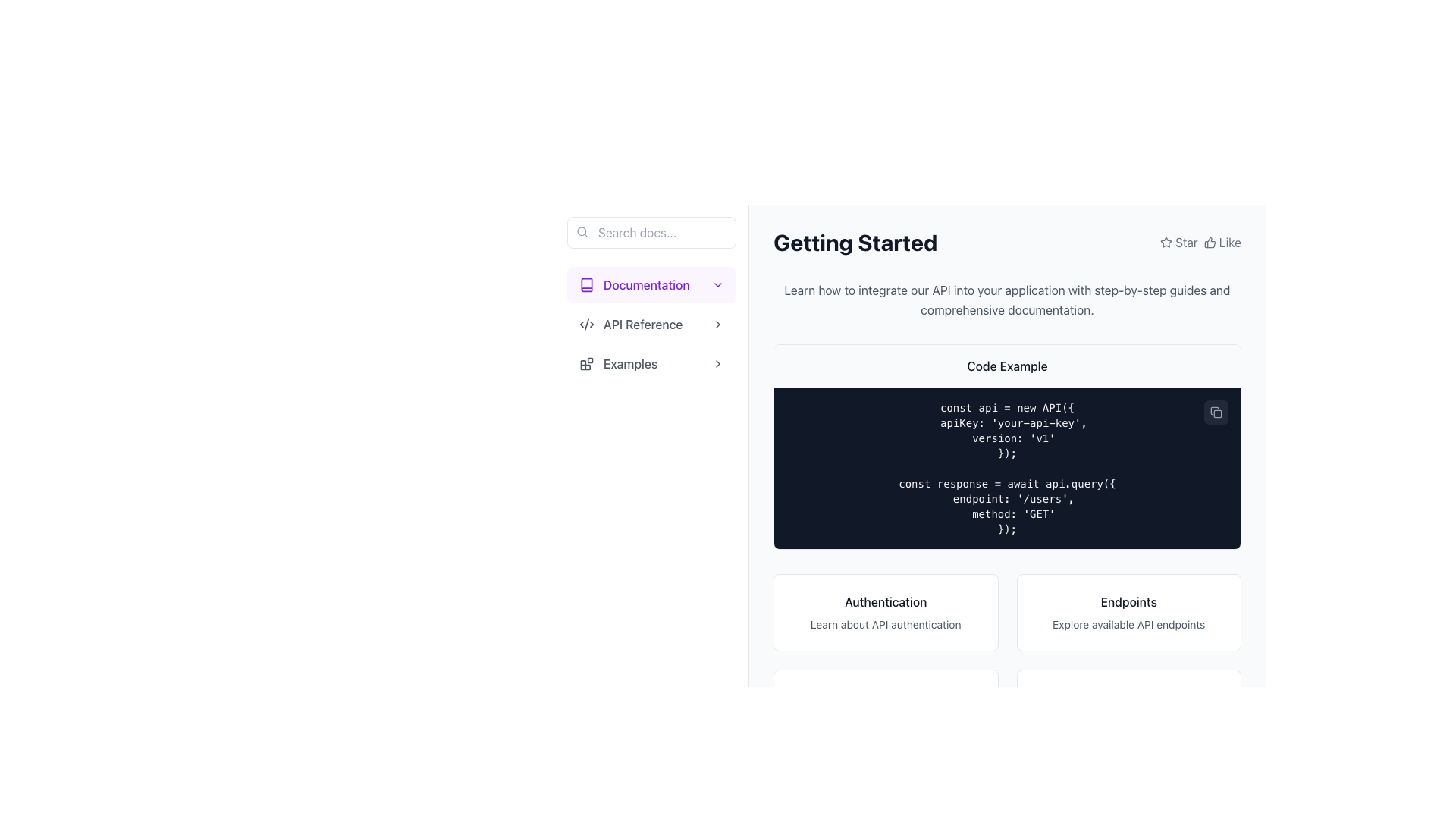 This screenshot has height=819, width=1456. What do you see at coordinates (646, 284) in the screenshot?
I see `text content of the 'Documentation' label located in the sidebar navigation menu, which is visually distinct and positioned next to a book icon` at bounding box center [646, 284].